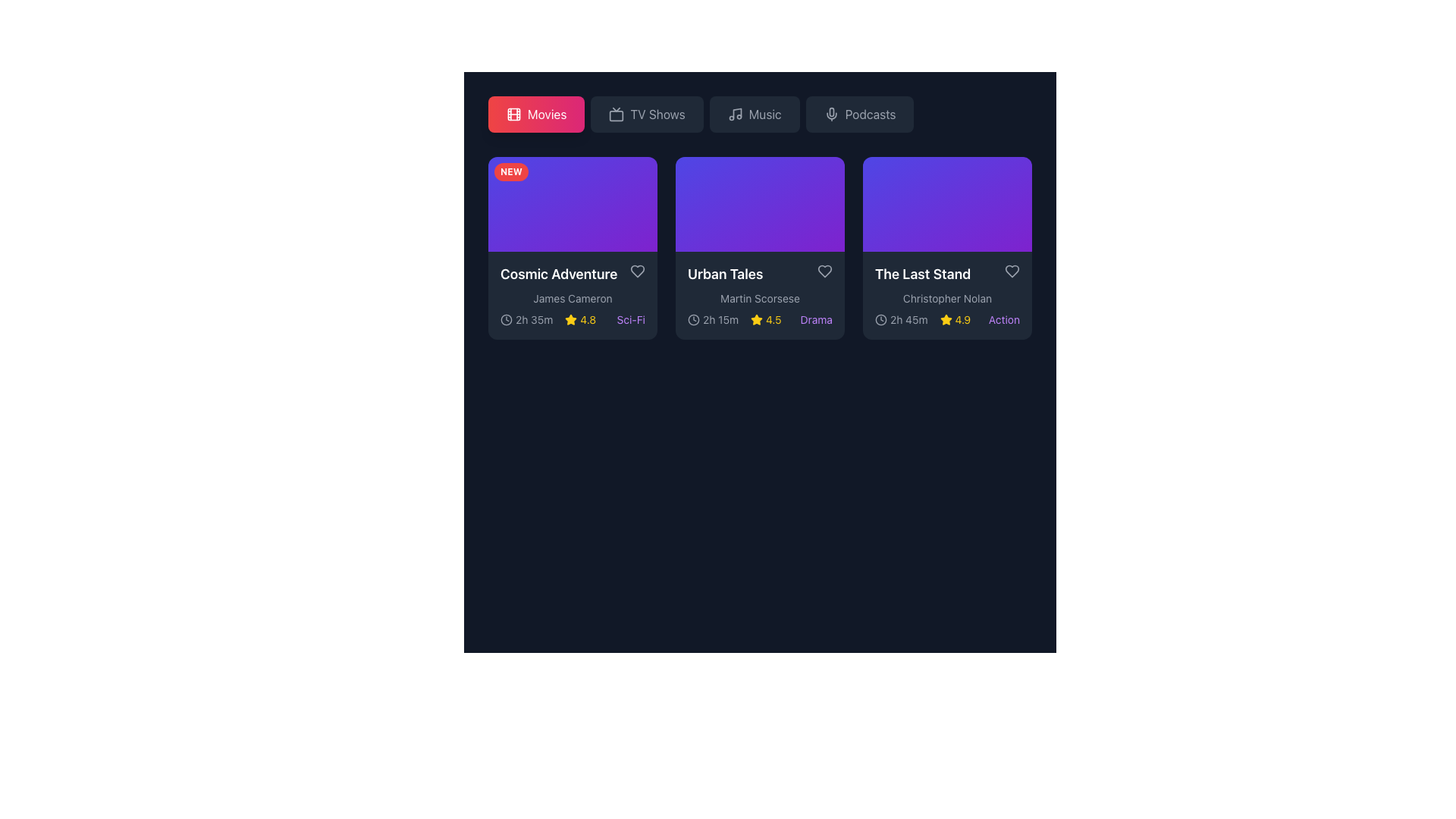 The width and height of the screenshot is (1456, 819). I want to click on the static text label displaying the director's name for the movie 'The Last Stand', located in the lower mid-section of the card under its title, so click(946, 299).